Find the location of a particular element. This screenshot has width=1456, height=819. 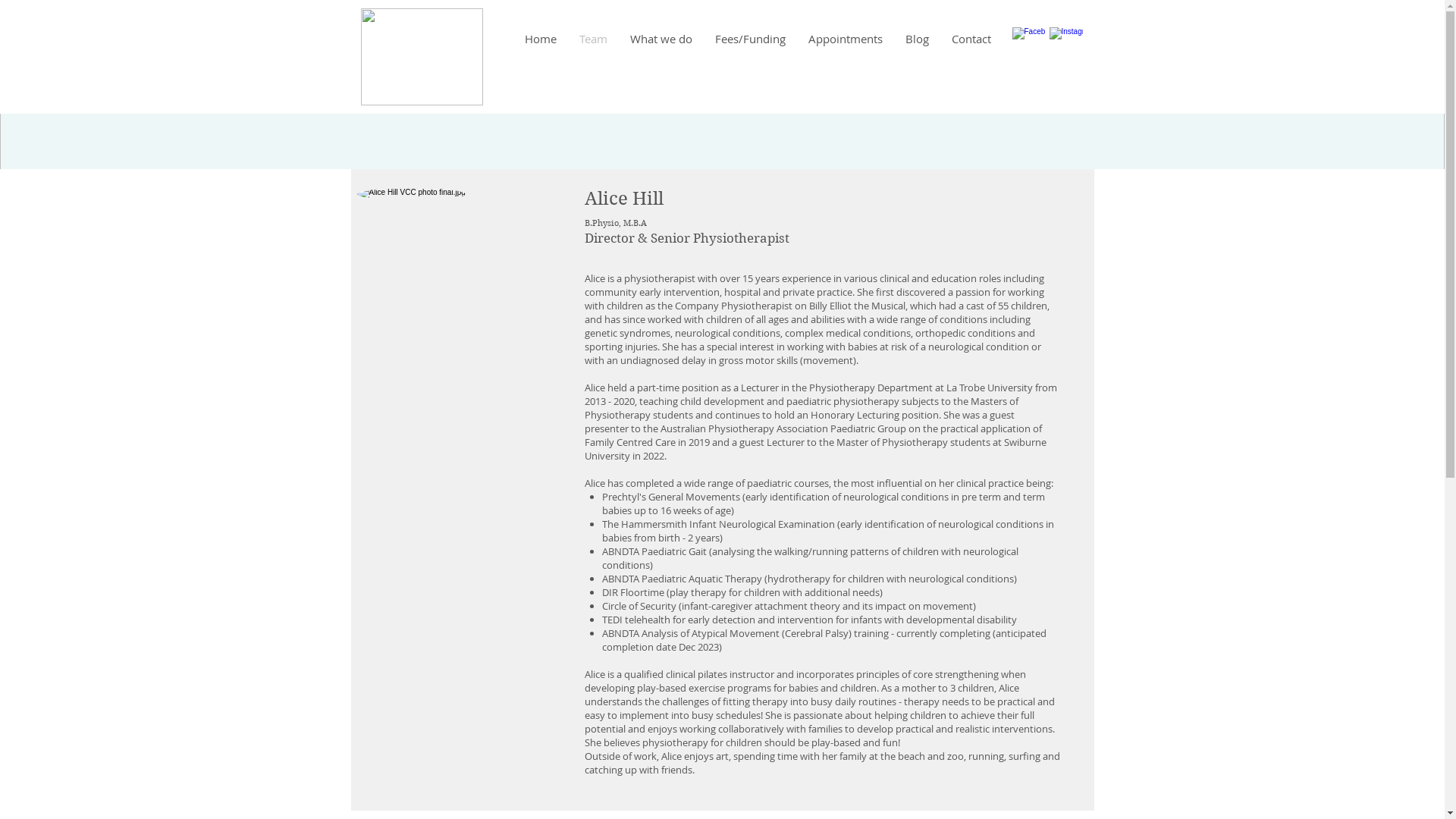

'Team' is located at coordinates (591, 37).